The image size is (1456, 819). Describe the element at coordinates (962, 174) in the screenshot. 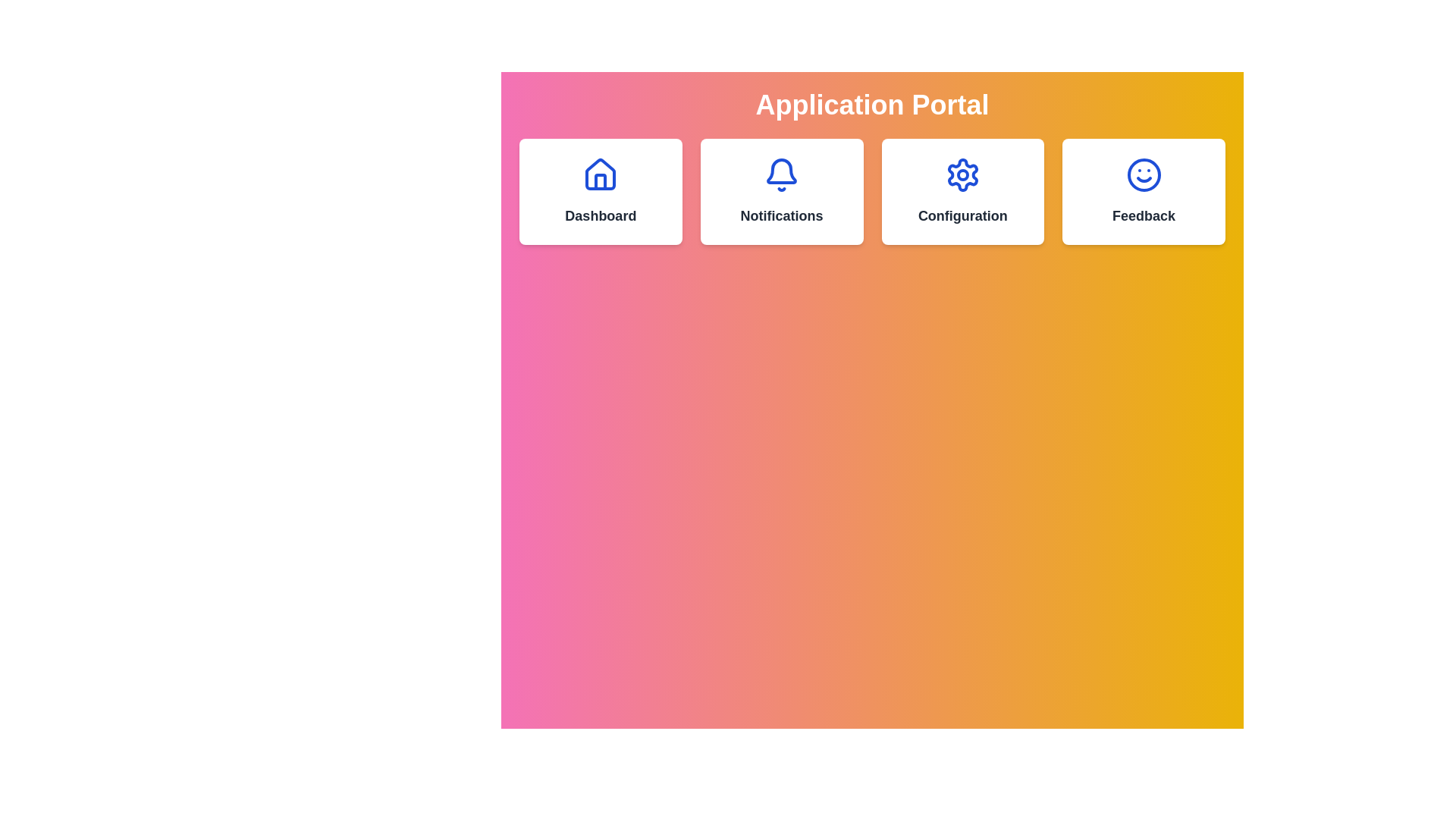

I see `the cogwheel-shaped icon located at the top center of the 'Configuration' card` at that location.